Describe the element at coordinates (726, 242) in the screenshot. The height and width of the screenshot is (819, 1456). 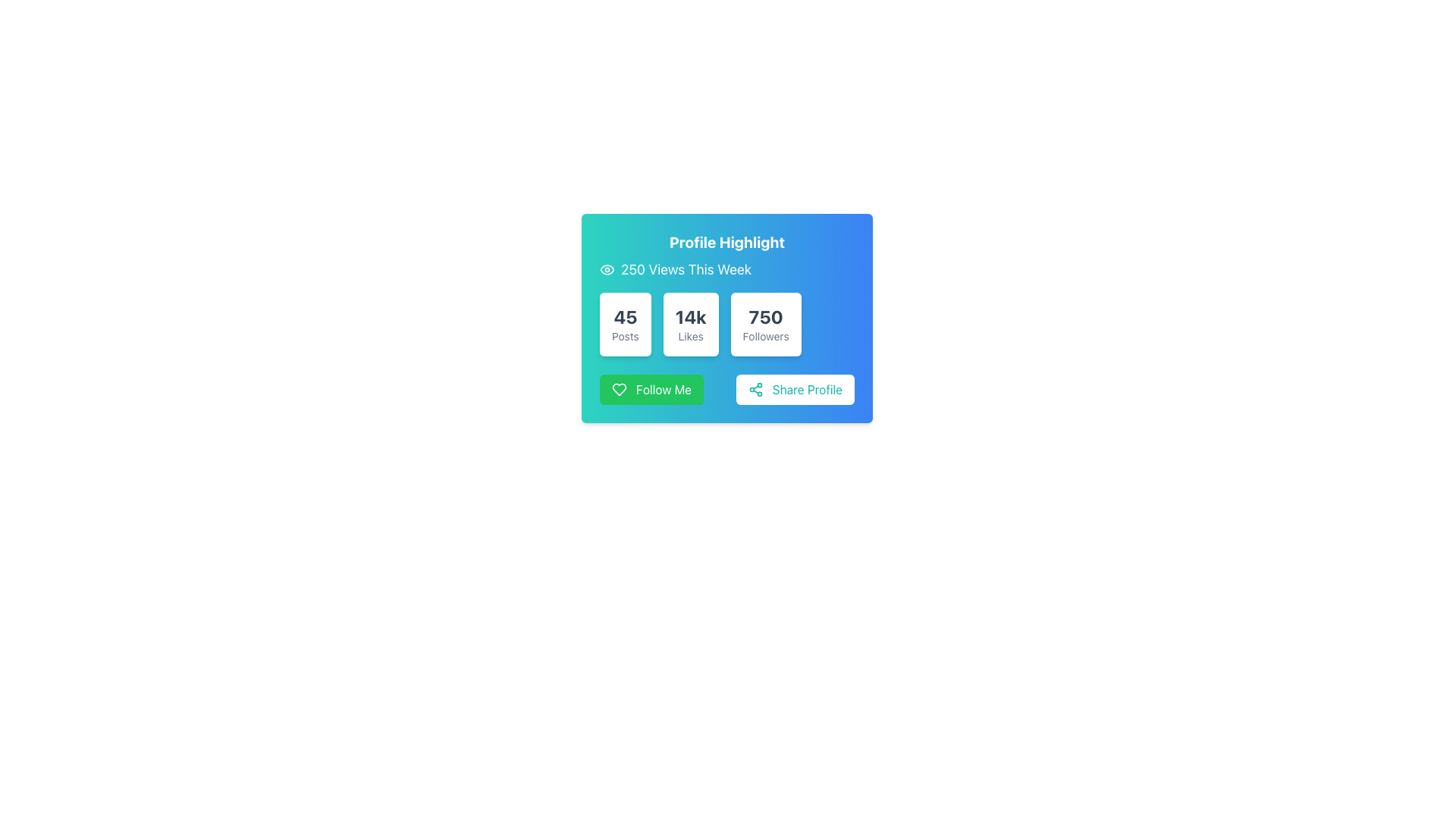
I see `the 'Profile Highlight' text label displayed in bold, large, white font, located at the top section of the card with a gradient background` at that location.